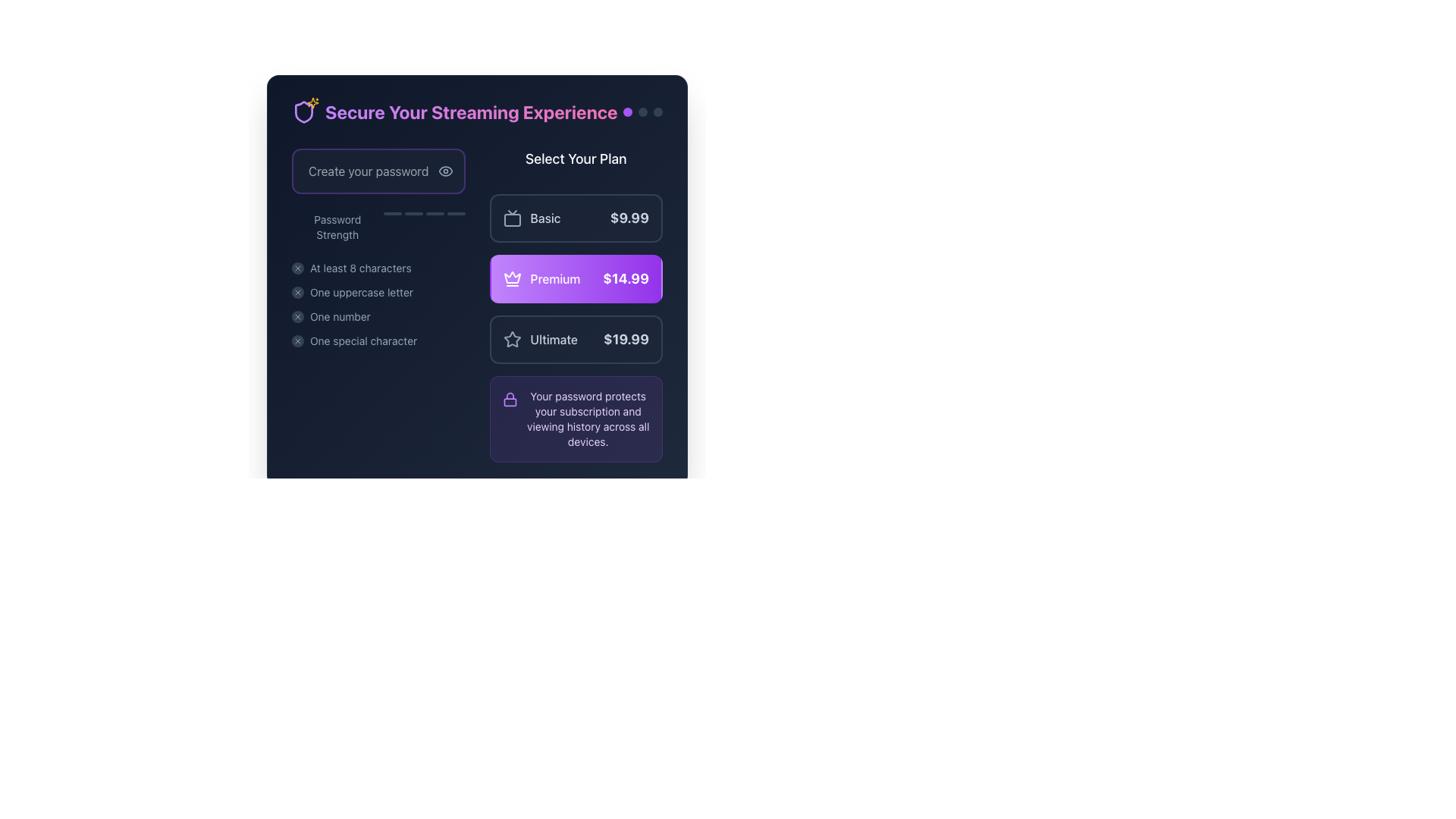 The width and height of the screenshot is (1456, 819). Describe the element at coordinates (575, 278) in the screenshot. I see `the 'Premium' subscription button, which features a purple-gradient background and displays the price of '$14.99' with an icon of a crown next to the word 'Premium'. This button is located vertically between the 'Basic' and 'Ultimate' subscription options` at that location.